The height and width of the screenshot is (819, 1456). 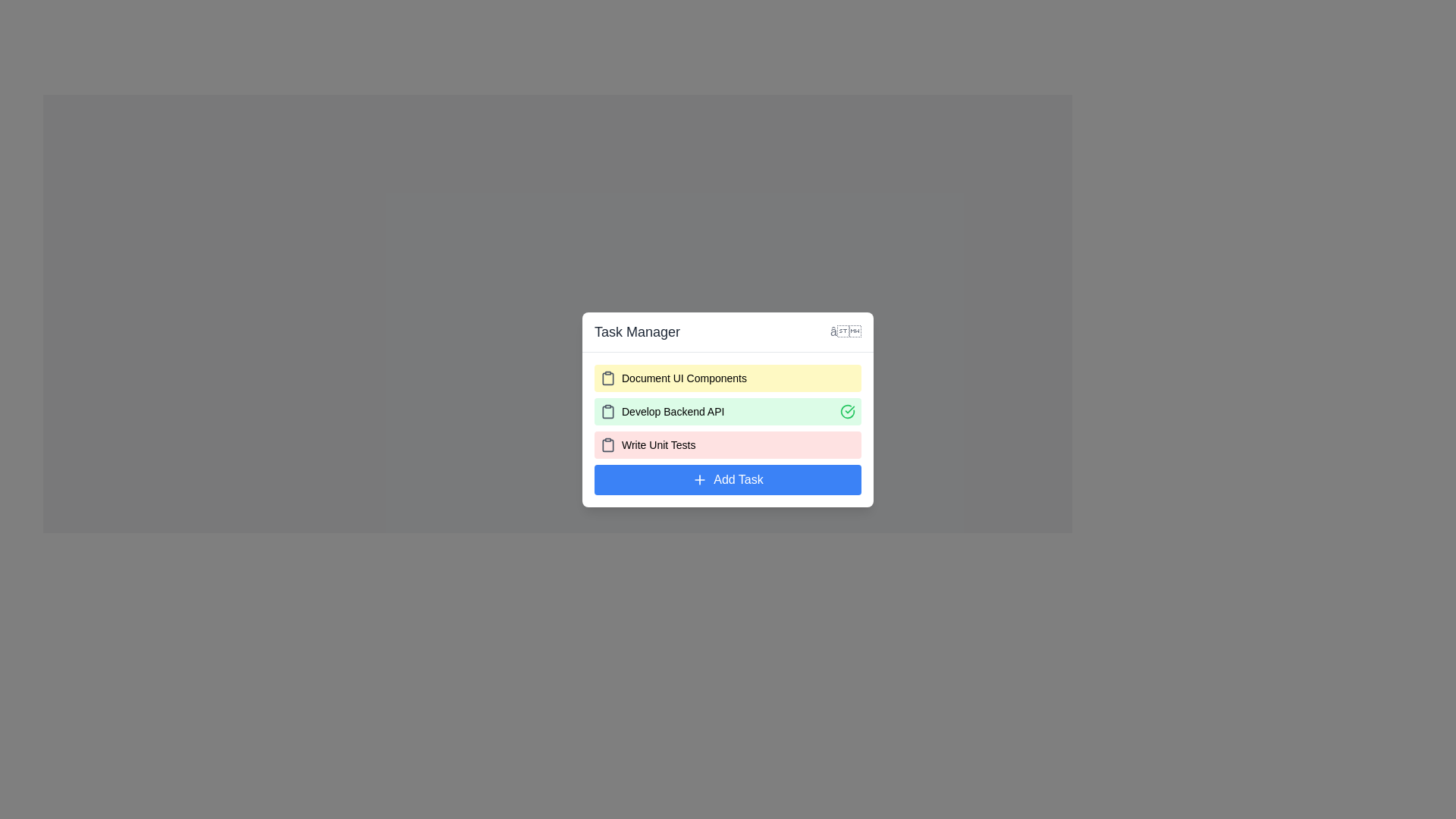 I want to click on the decorative clipboard icon located to the left of the 'Document UI Components' text in the first row of the task list, so click(x=607, y=376).